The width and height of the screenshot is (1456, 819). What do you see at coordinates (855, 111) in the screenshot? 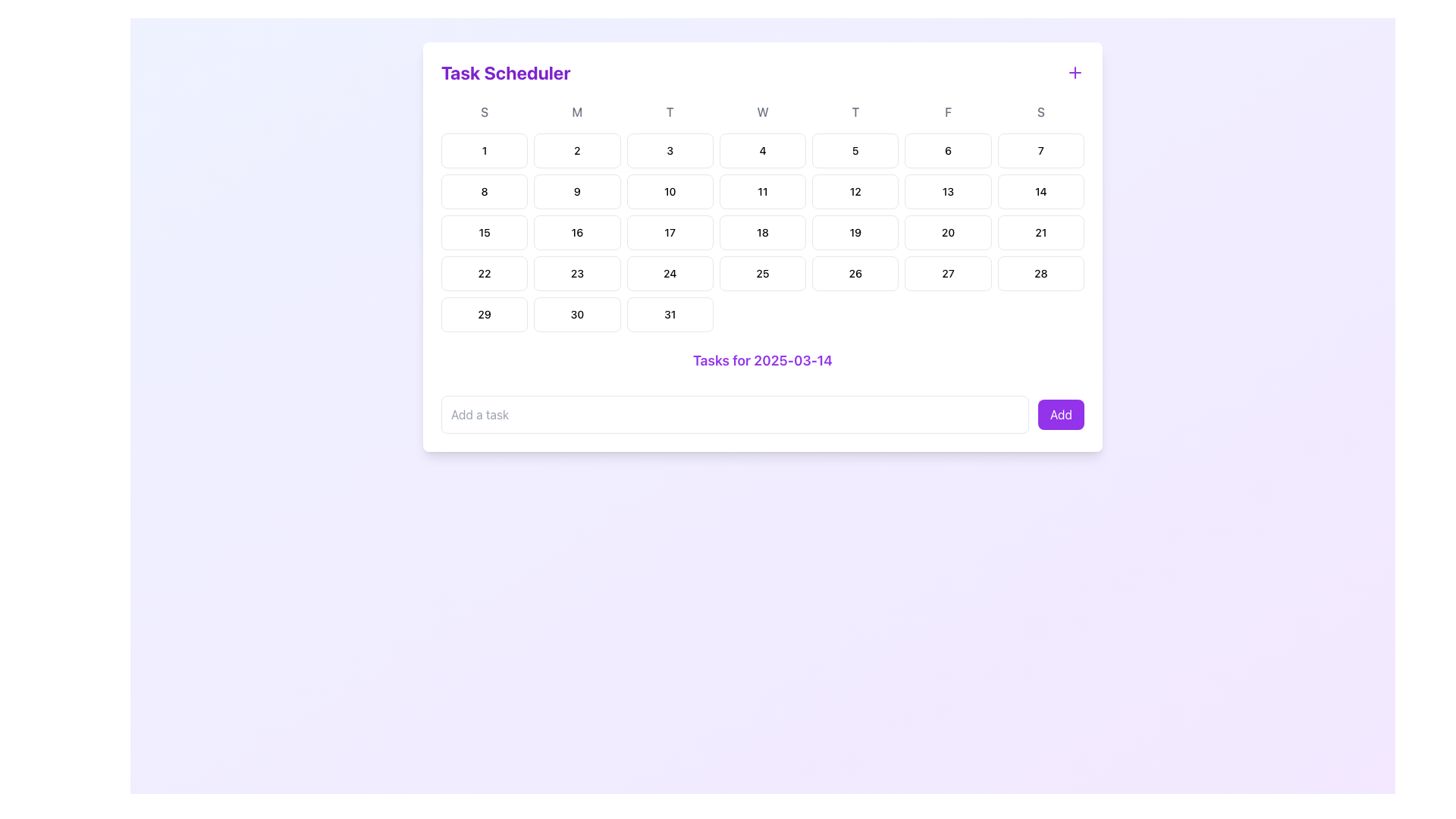
I see `the Text label displaying the capital letter 'T' for Thursday, styled in light gray and located in the center of the days of the week grid` at bounding box center [855, 111].